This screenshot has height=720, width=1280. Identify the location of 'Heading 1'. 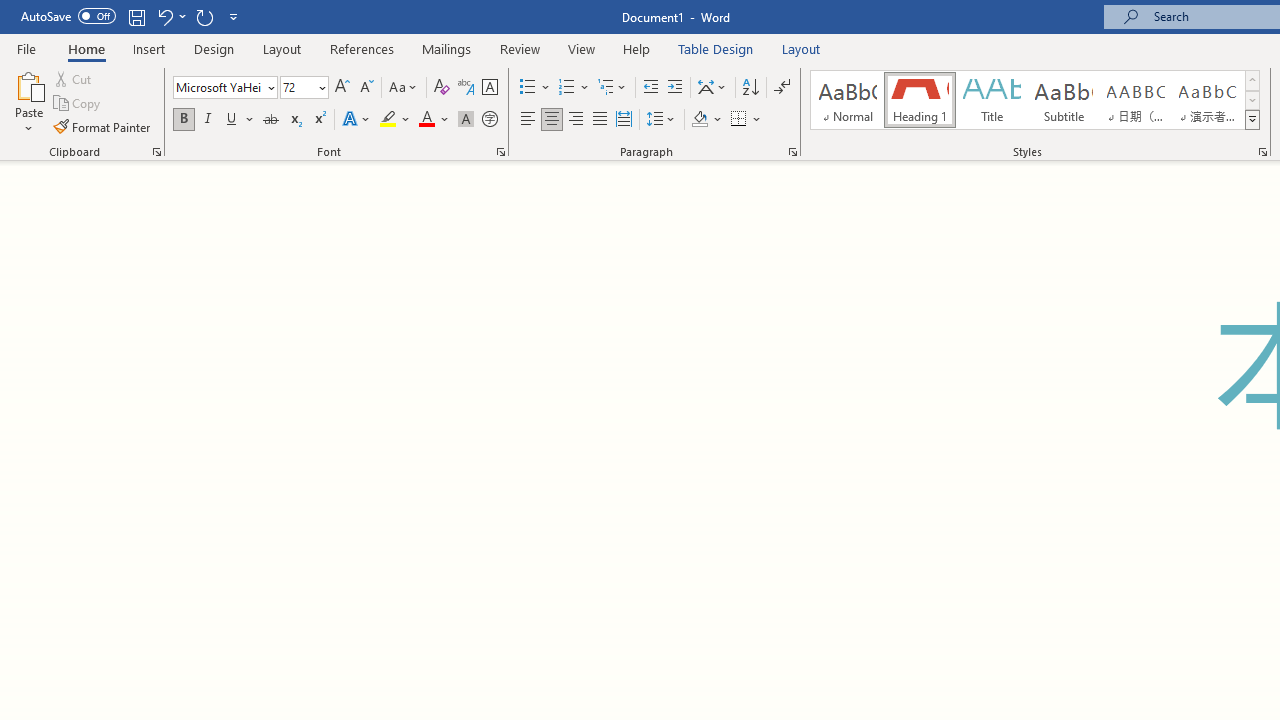
(919, 100).